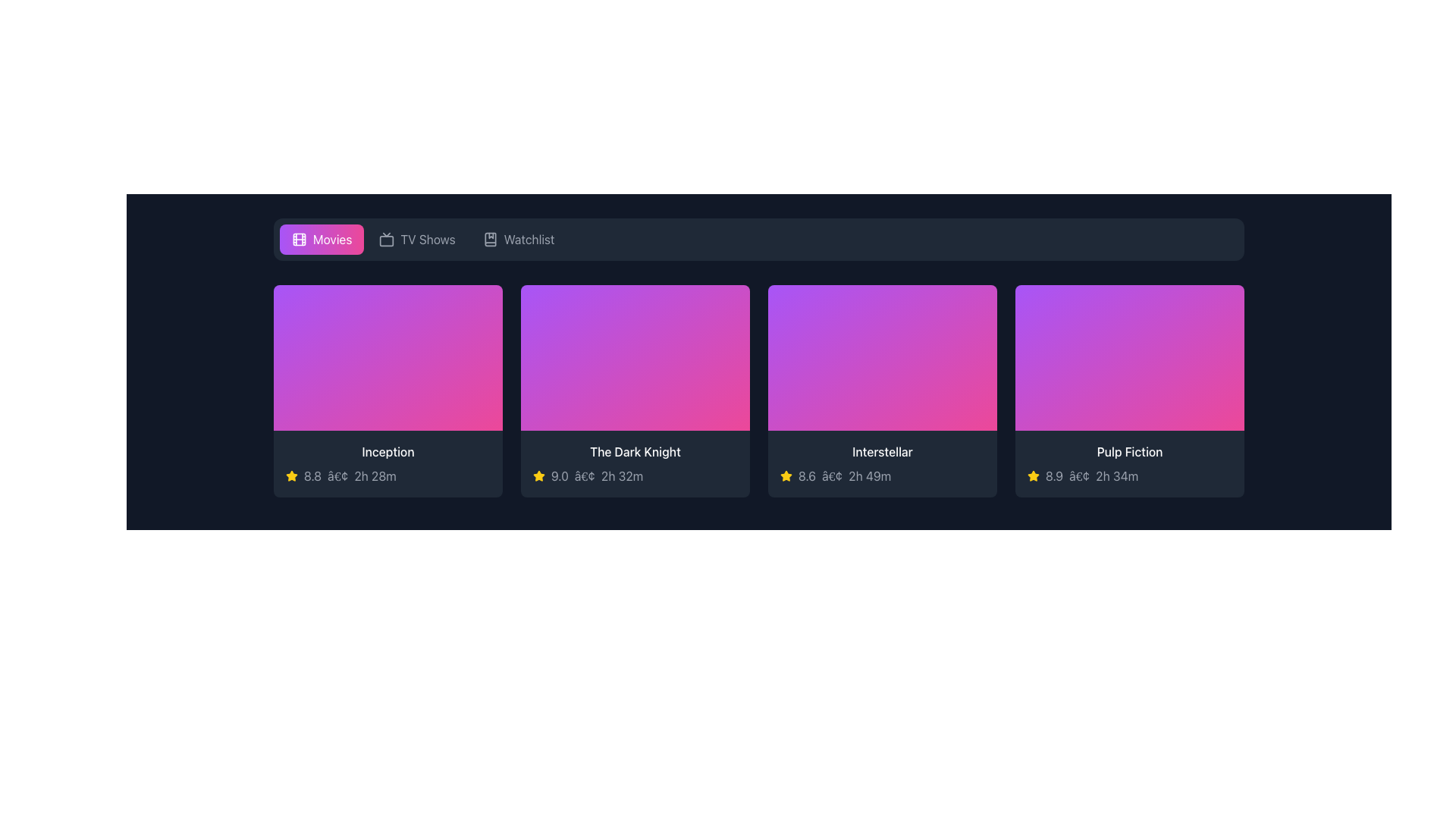 Image resolution: width=1456 pixels, height=819 pixels. Describe the element at coordinates (299, 239) in the screenshot. I see `the rounded rectangle element with dimensions 18x18 units, located centrally within the film roll SVG icon` at that location.